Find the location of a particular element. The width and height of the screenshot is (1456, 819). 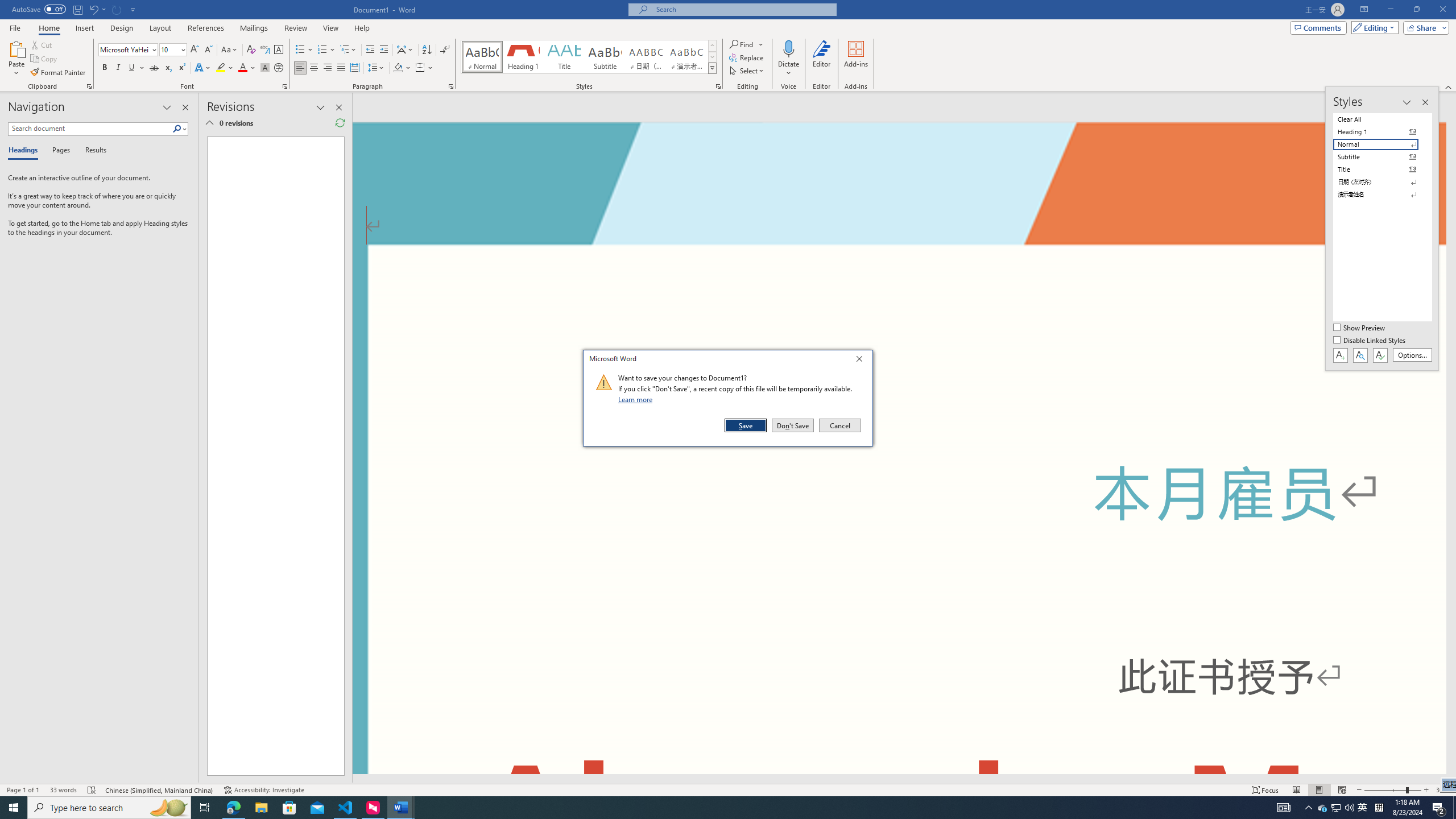

'Minimize' is located at coordinates (1389, 9).